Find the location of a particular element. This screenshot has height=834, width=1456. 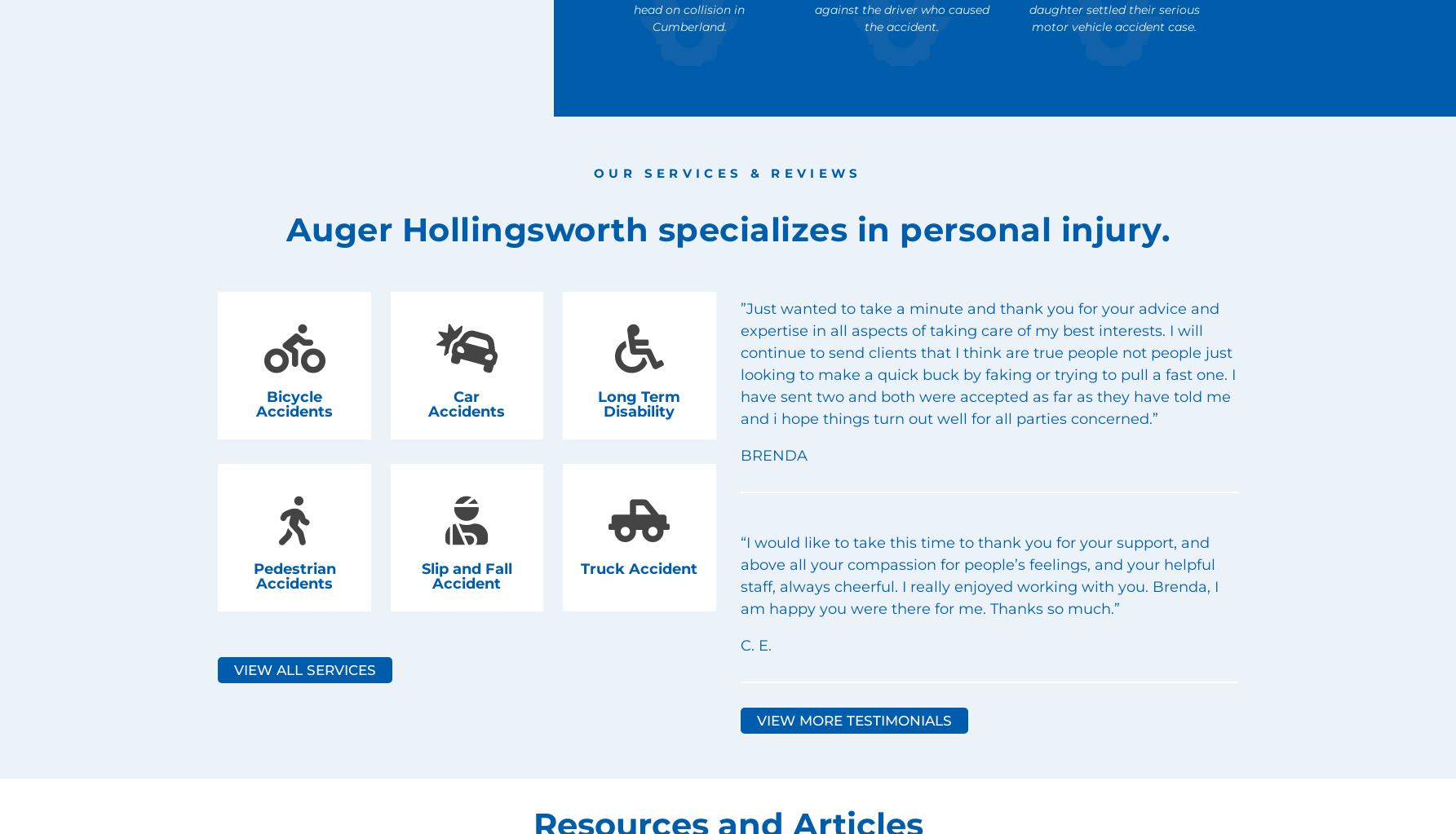

'View All Services' is located at coordinates (234, 669).